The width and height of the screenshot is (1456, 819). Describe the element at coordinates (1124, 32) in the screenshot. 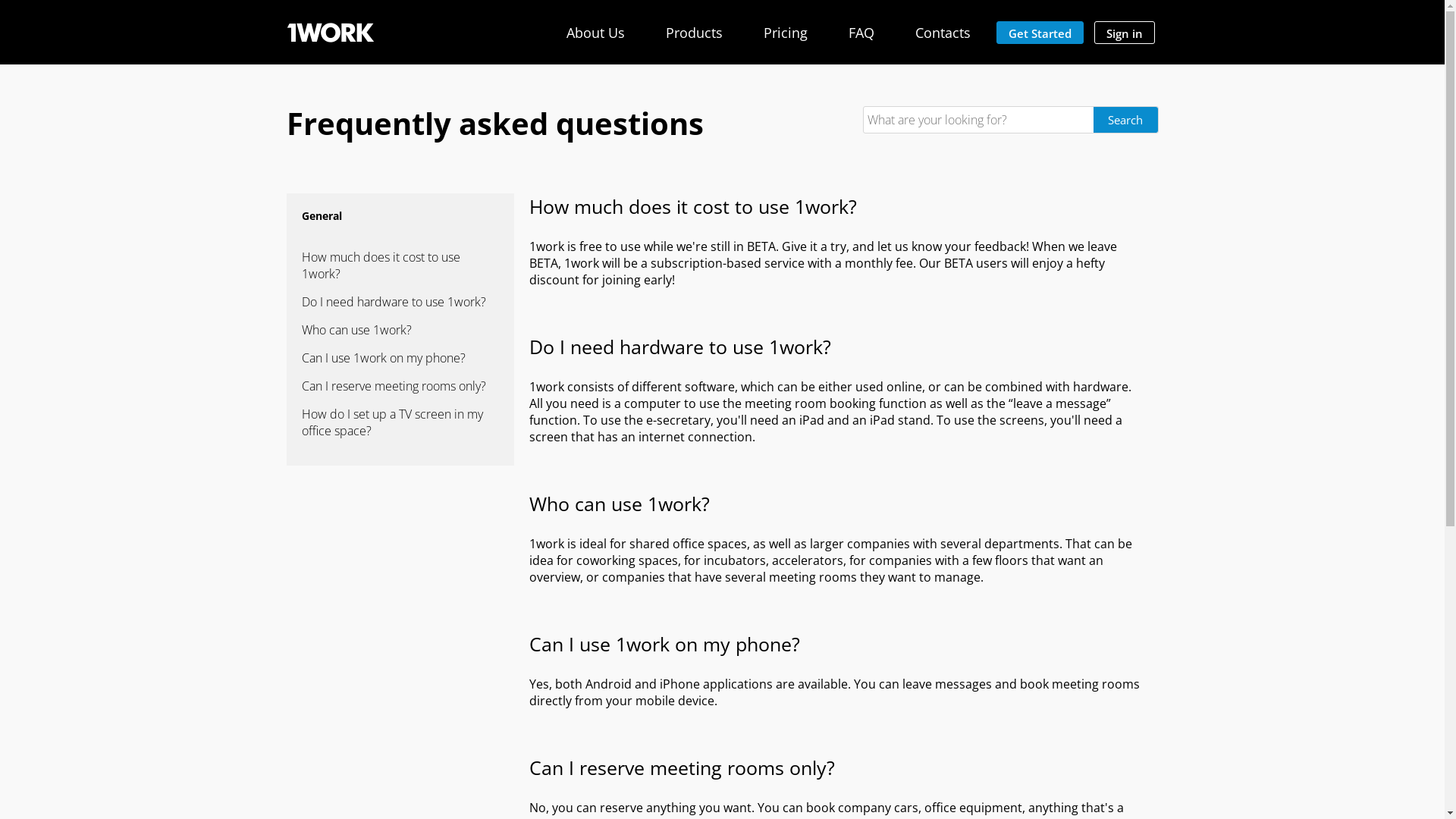

I see `'Sign in'` at that location.